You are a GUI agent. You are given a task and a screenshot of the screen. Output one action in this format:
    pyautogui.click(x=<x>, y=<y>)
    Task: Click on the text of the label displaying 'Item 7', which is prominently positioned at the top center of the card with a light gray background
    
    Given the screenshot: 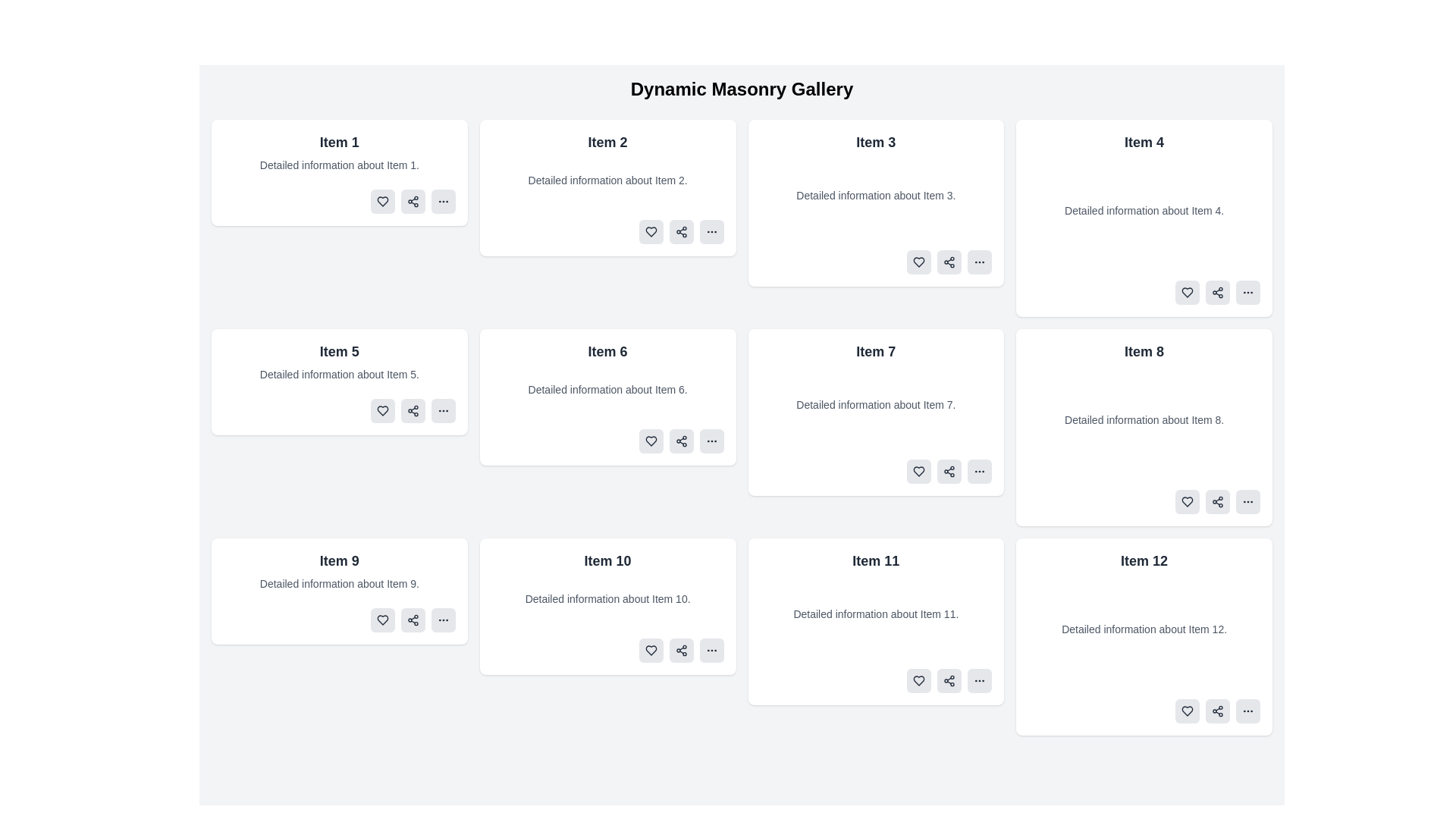 What is the action you would take?
    pyautogui.click(x=876, y=351)
    